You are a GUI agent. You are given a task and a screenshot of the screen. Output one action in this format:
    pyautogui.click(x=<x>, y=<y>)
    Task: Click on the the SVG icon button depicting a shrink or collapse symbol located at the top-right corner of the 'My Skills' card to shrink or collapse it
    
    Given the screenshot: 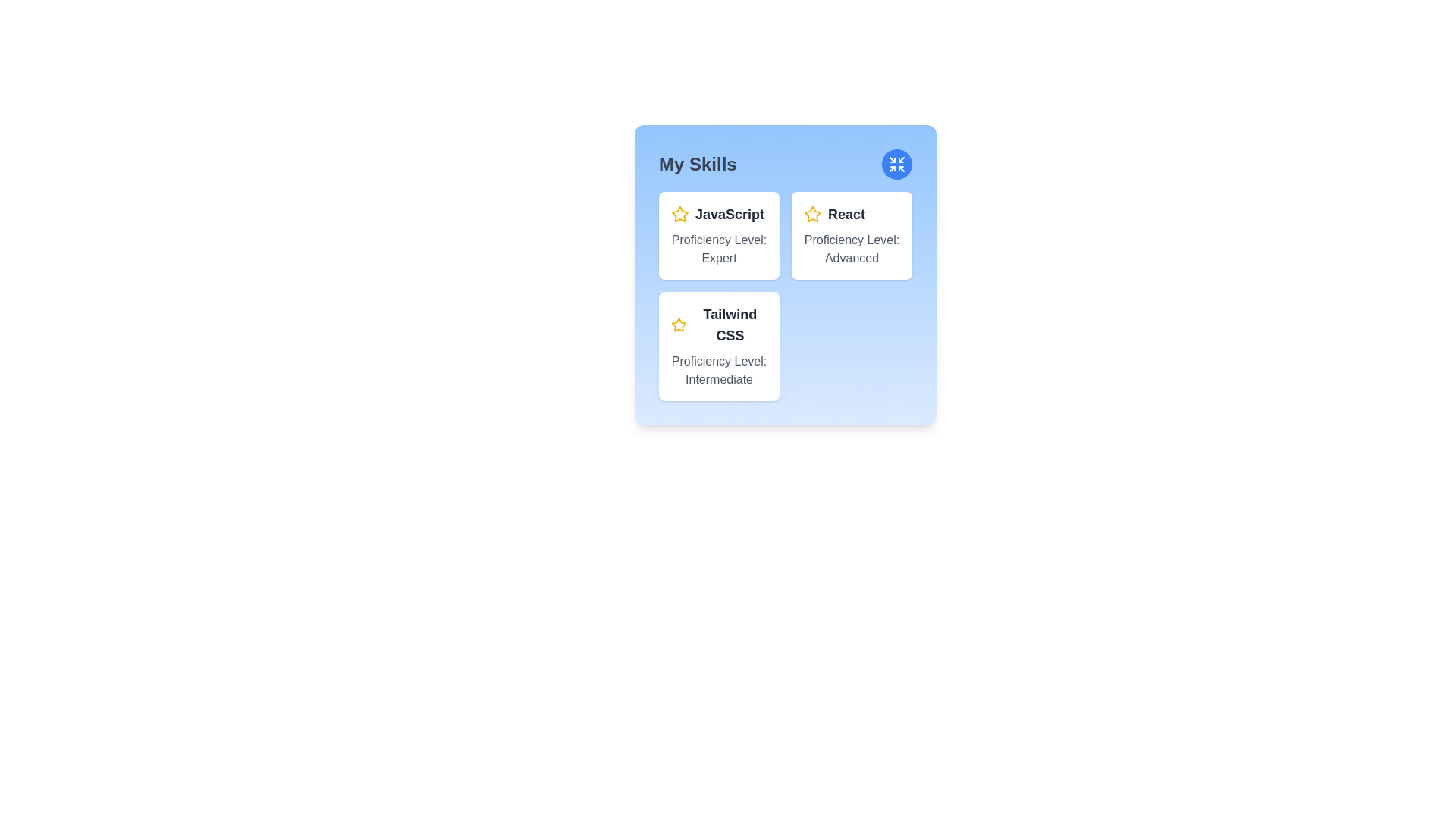 What is the action you would take?
    pyautogui.click(x=896, y=164)
    